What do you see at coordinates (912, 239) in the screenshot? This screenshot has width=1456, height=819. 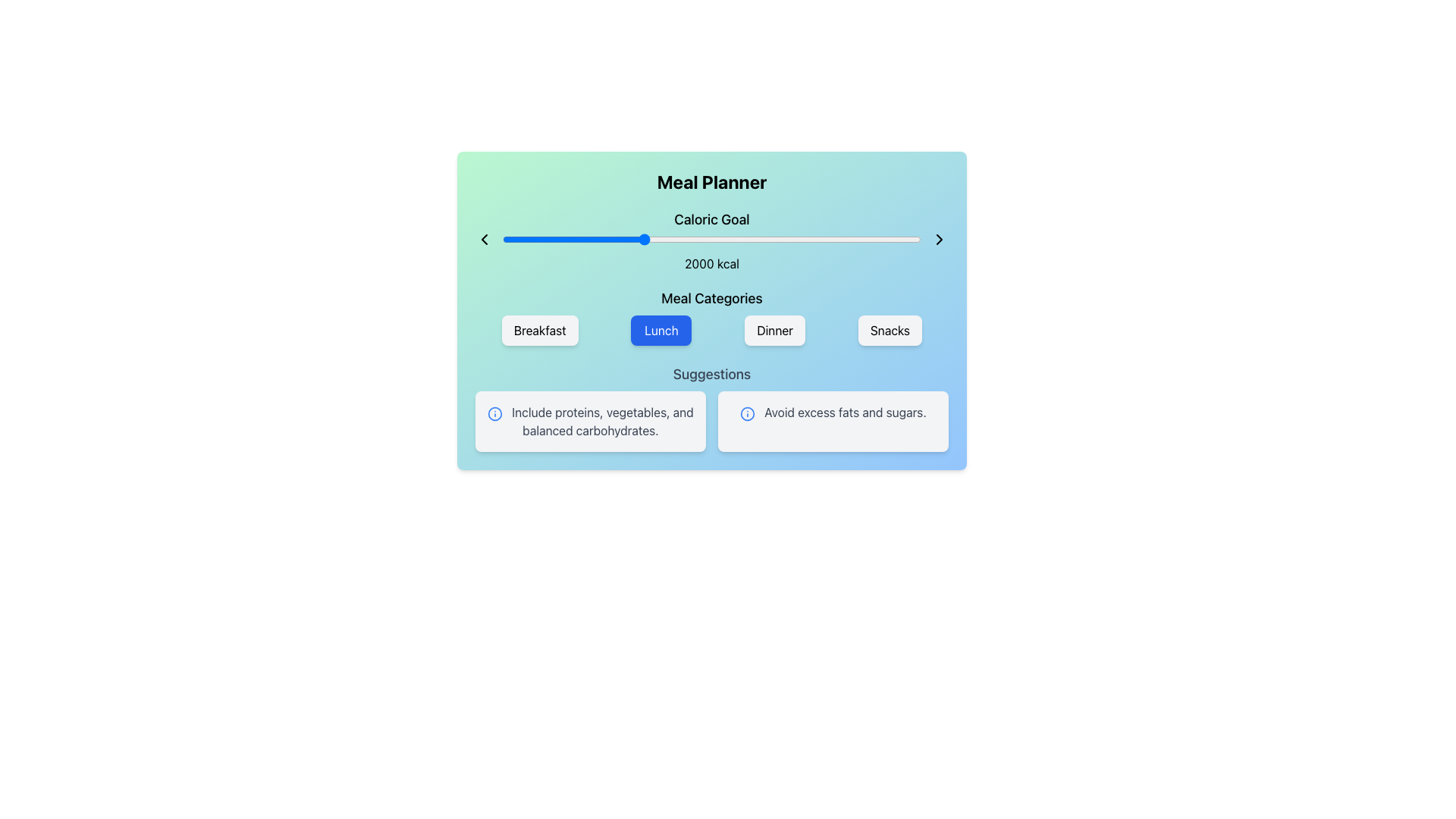 I see `the caloric goal` at bounding box center [912, 239].